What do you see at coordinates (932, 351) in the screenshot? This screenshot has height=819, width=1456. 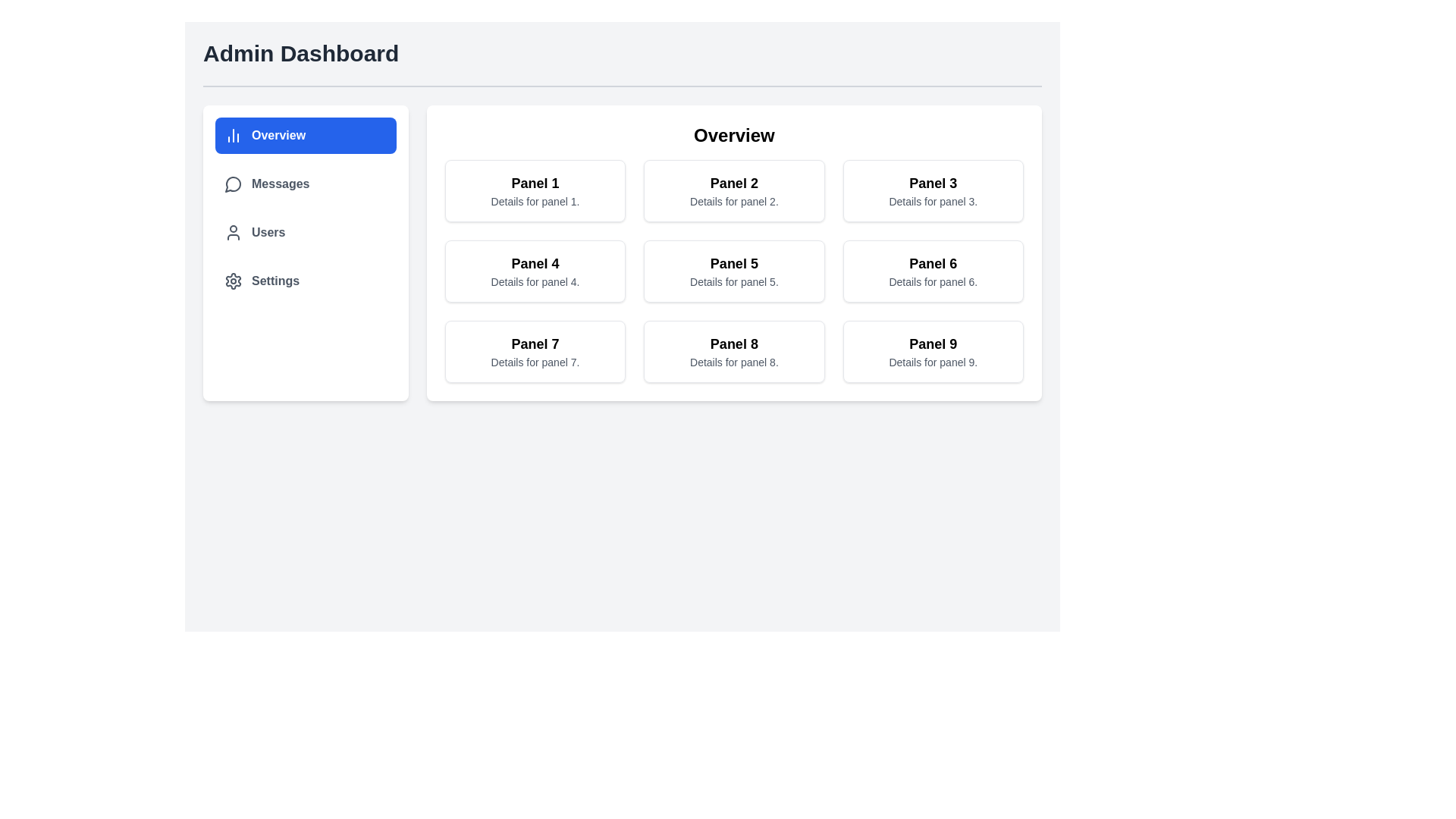 I see `the Information panel located in the bottom right corner of the 3x3 grid in the 'Overview' section of the interface` at bounding box center [932, 351].